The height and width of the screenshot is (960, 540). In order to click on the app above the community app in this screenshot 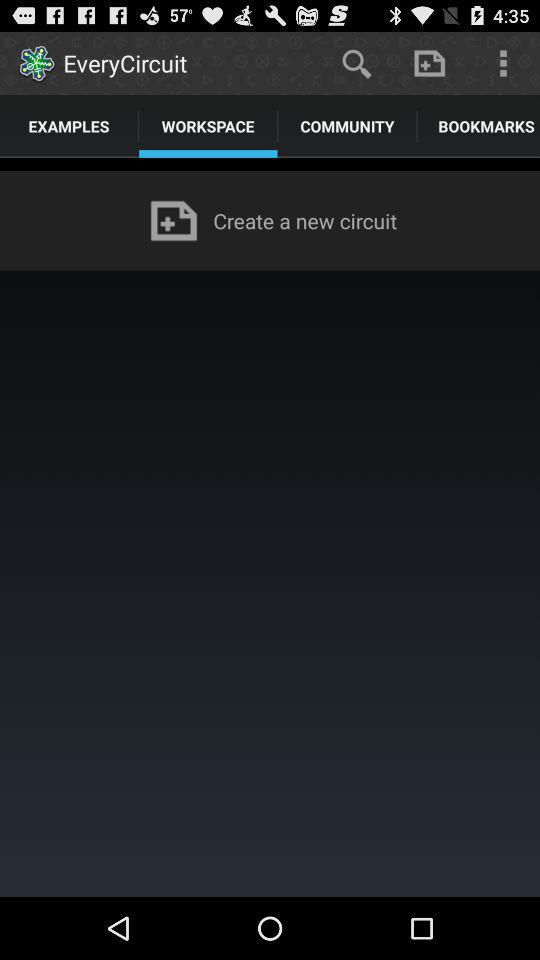, I will do `click(355, 62)`.